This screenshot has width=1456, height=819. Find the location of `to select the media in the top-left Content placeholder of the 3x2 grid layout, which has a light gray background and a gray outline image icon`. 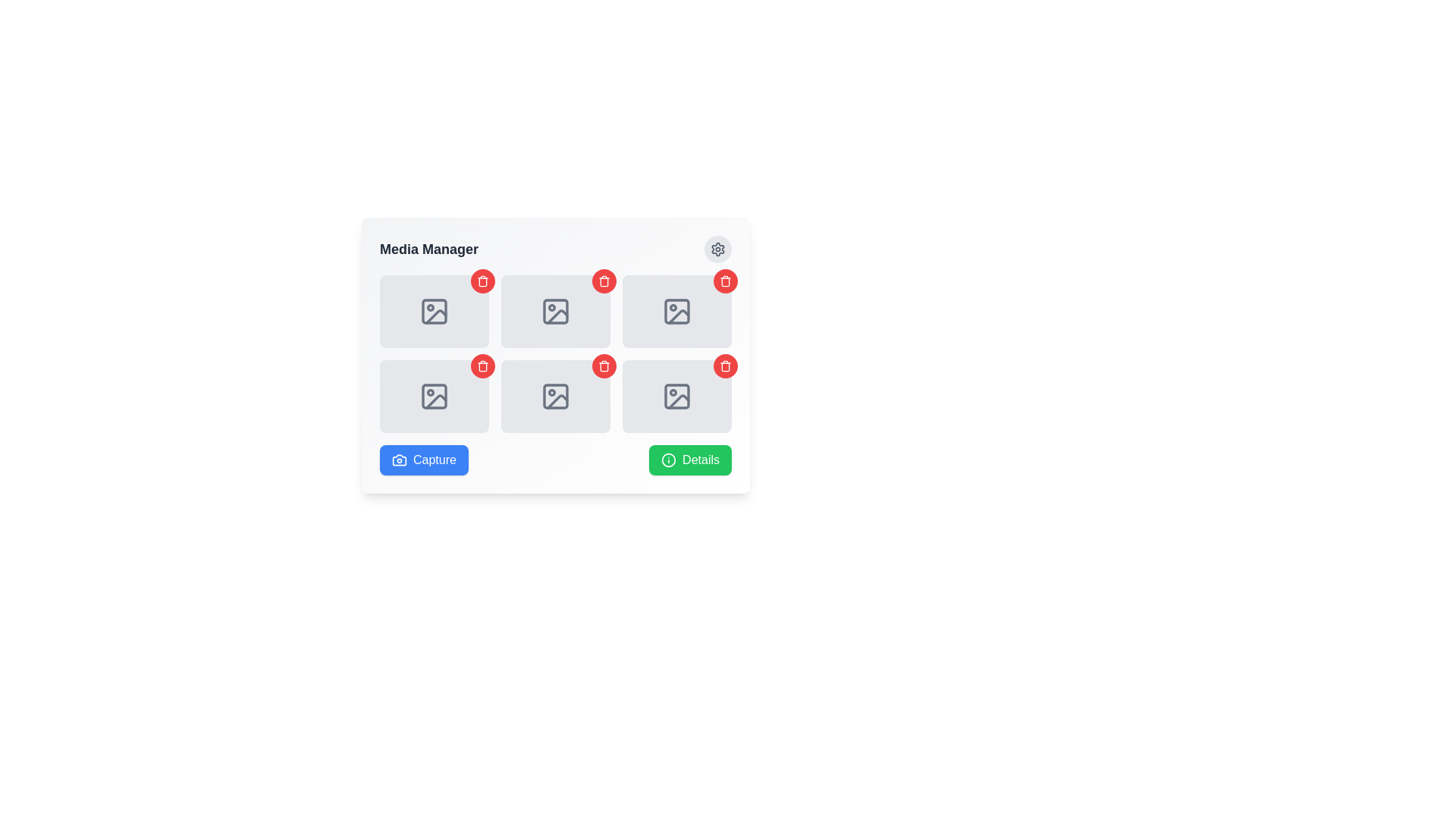

to select the media in the top-left Content placeholder of the 3x2 grid layout, which has a light gray background and a gray outline image icon is located at coordinates (433, 311).